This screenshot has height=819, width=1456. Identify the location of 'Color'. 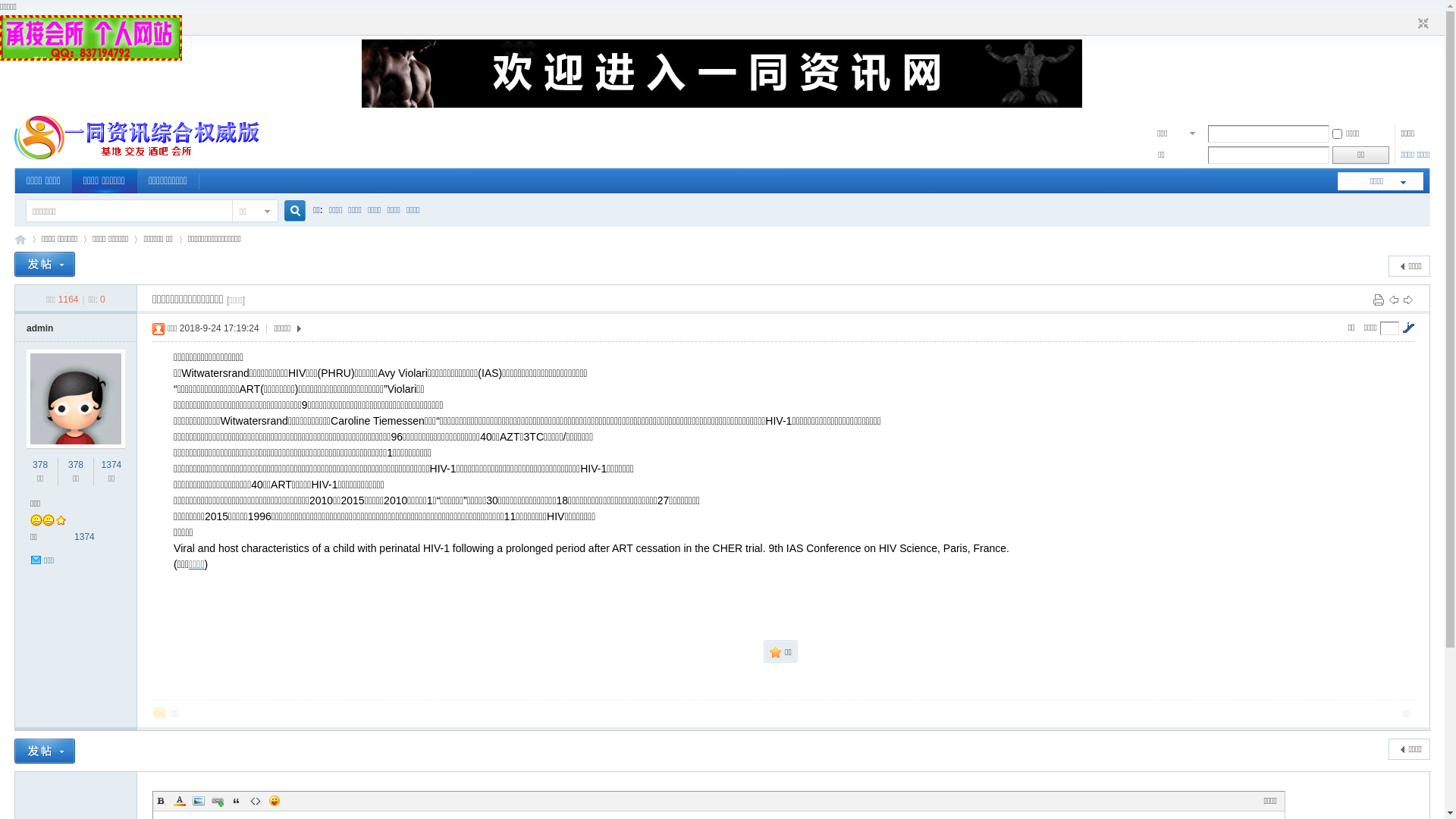
(179, 800).